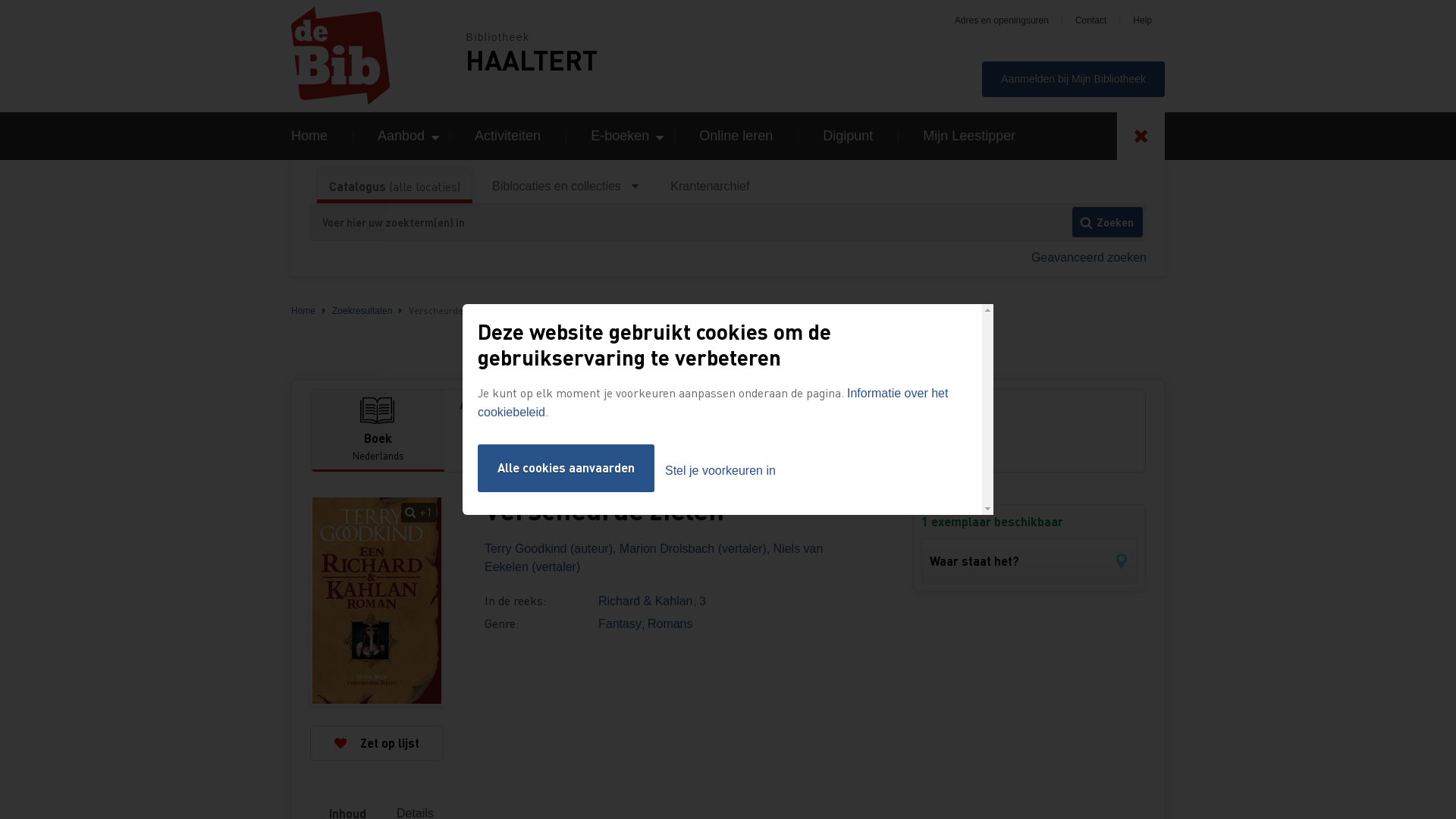  What do you see at coordinates (1107, 222) in the screenshot?
I see `'Zoeken'` at bounding box center [1107, 222].